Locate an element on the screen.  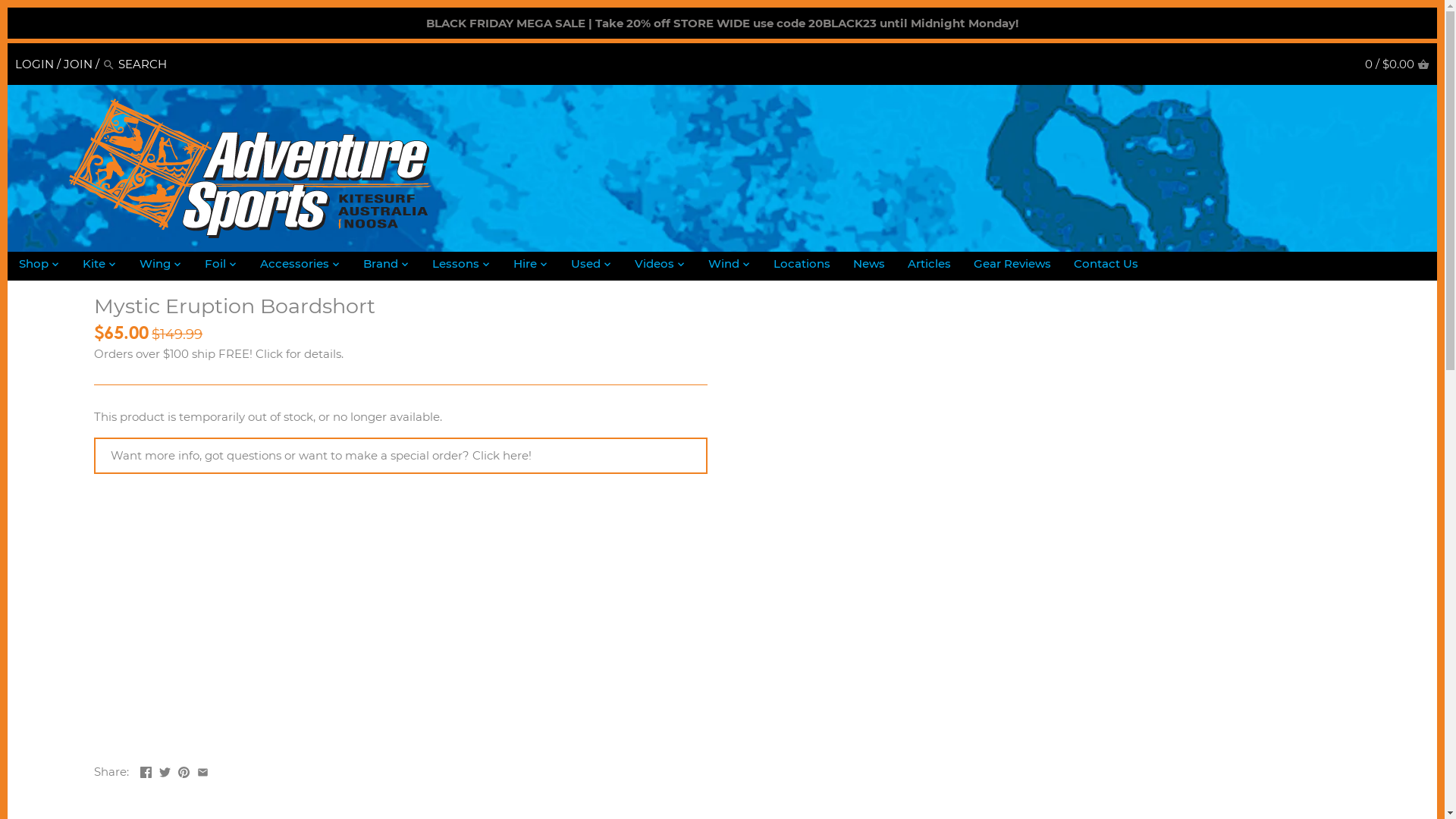
'Contact Us' is located at coordinates (1106, 265).